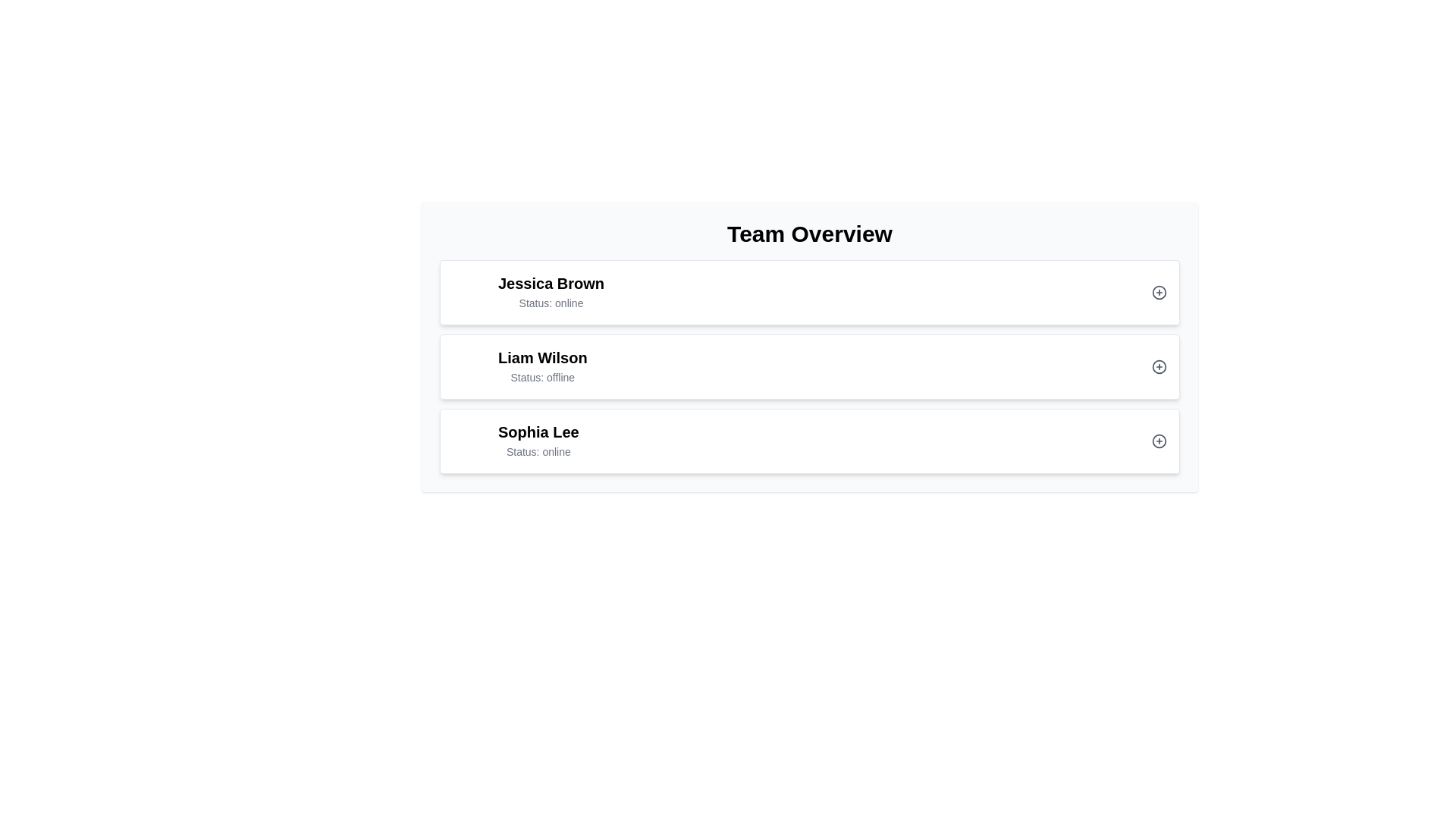  Describe the element at coordinates (538, 451) in the screenshot. I see `the text label styled in a smaller font size with gray color that contains the text 'Status: online', located below 'Sophia Lee'` at that location.